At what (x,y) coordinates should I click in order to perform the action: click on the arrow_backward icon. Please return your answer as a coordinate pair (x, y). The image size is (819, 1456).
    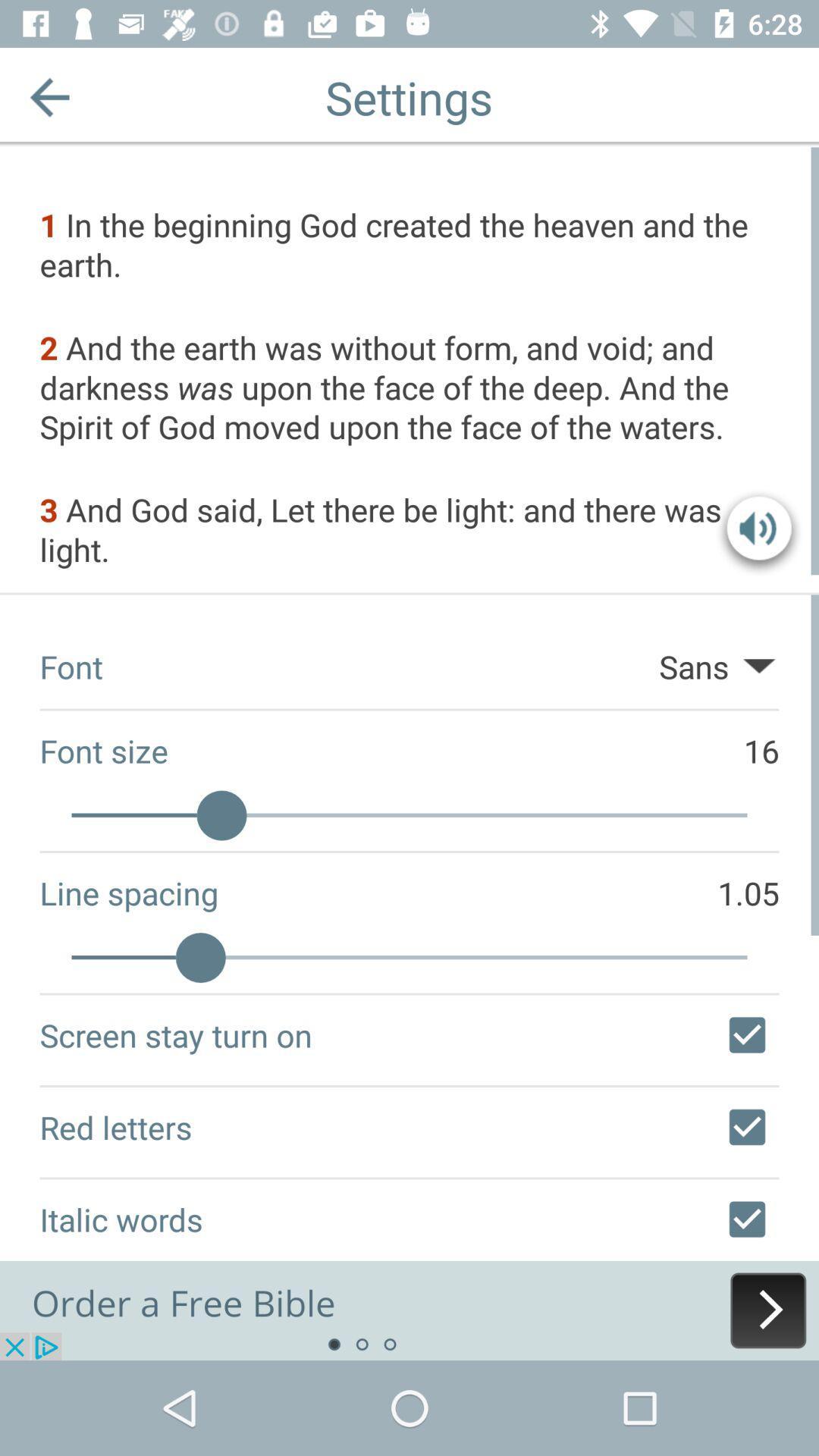
    Looking at the image, I should click on (49, 96).